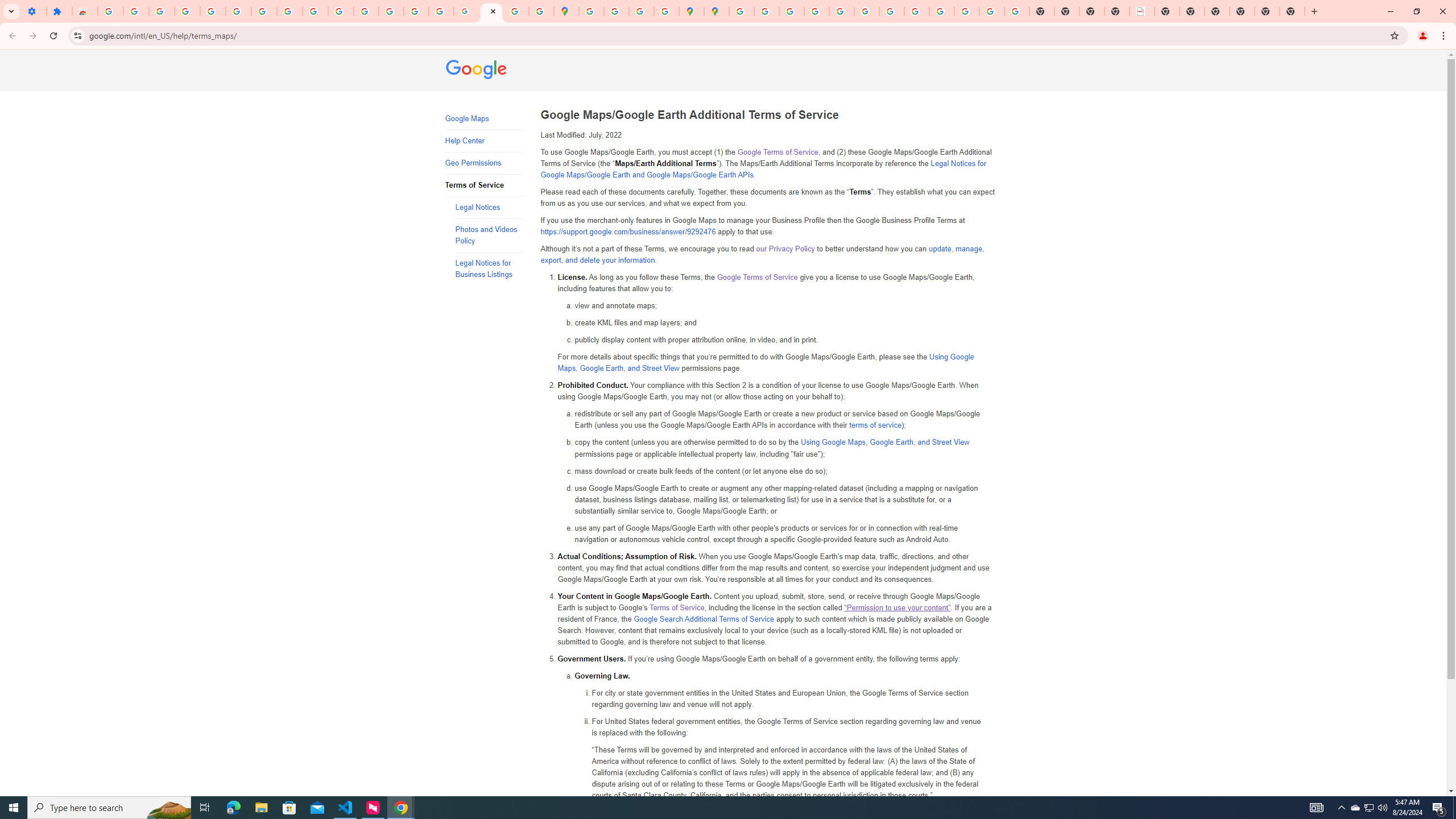  I want to click on 'Legal Notices for Business Listings', so click(489, 268).